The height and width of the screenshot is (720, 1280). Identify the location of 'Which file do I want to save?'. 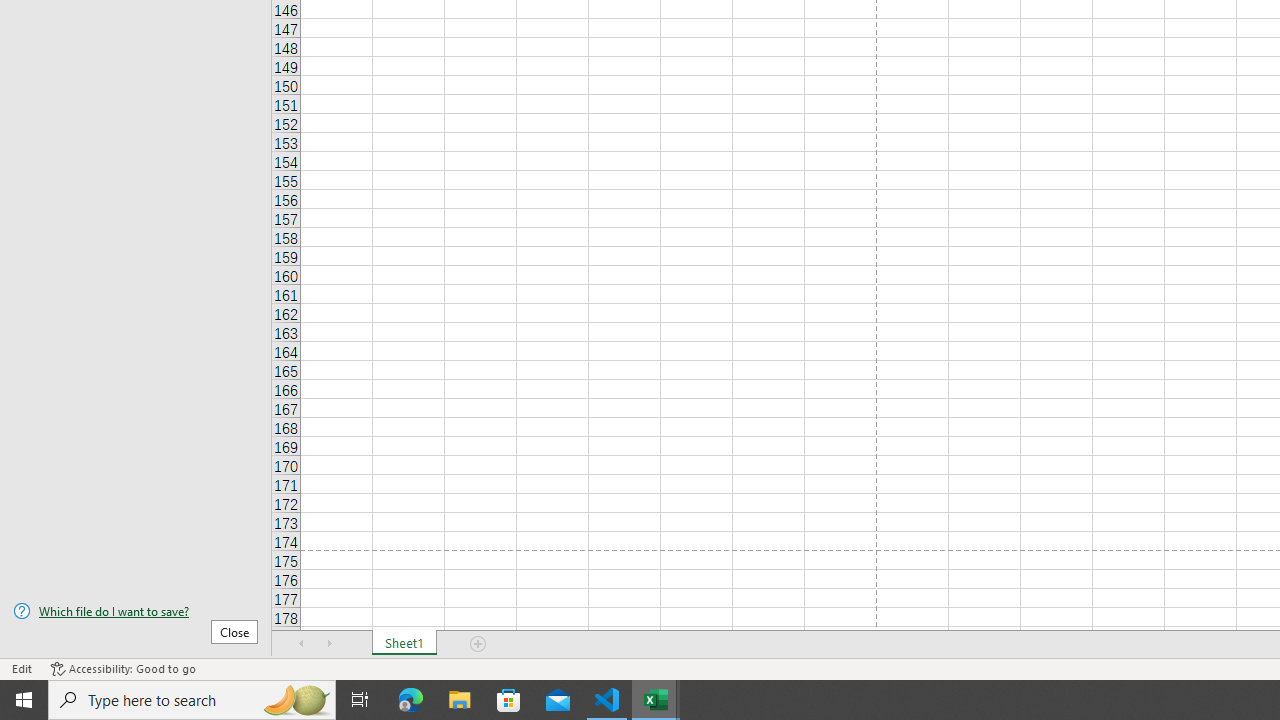
(135, 610).